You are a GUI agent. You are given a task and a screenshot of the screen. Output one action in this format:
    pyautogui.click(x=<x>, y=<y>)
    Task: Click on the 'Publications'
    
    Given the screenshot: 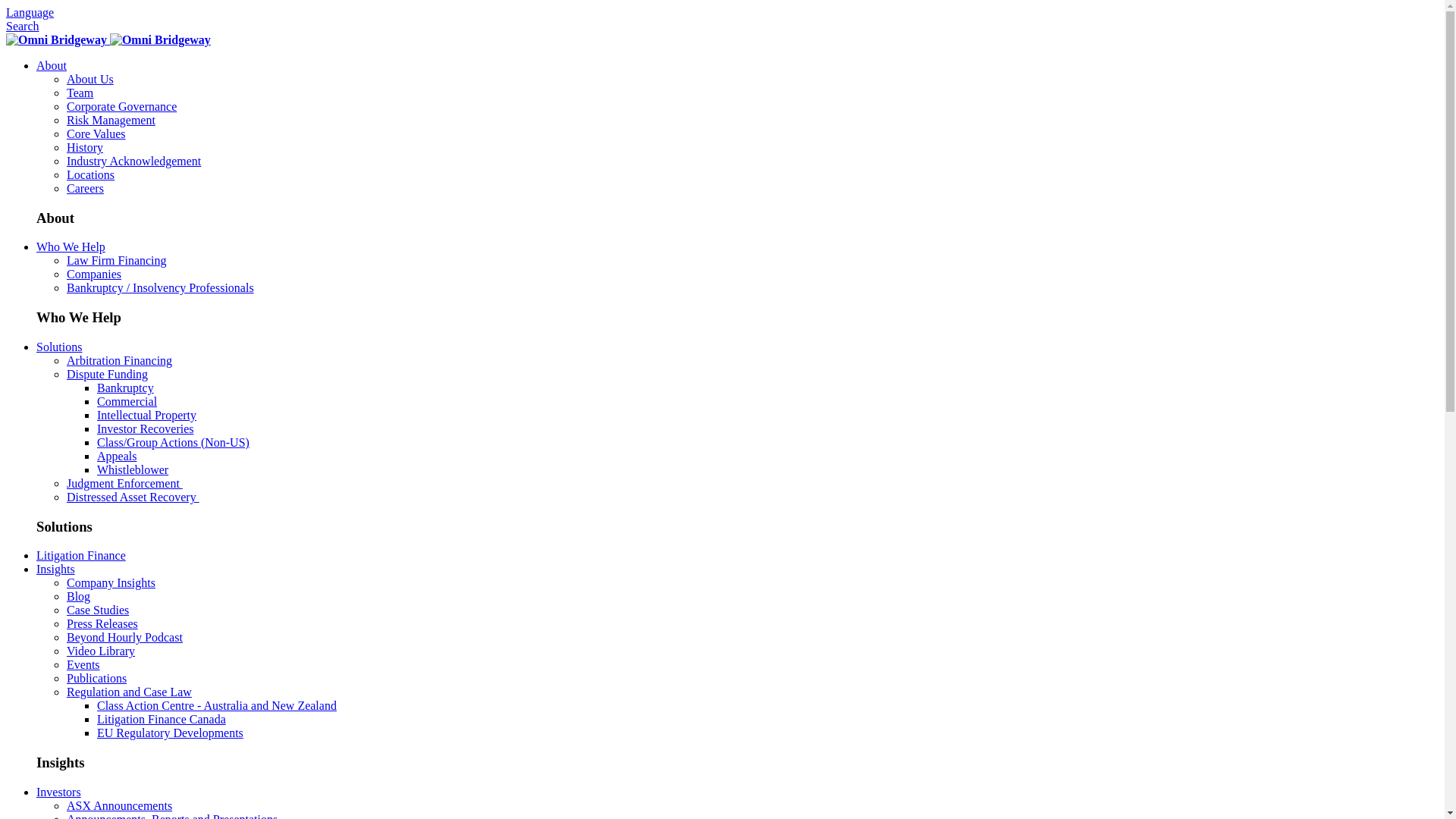 What is the action you would take?
    pyautogui.click(x=96, y=677)
    